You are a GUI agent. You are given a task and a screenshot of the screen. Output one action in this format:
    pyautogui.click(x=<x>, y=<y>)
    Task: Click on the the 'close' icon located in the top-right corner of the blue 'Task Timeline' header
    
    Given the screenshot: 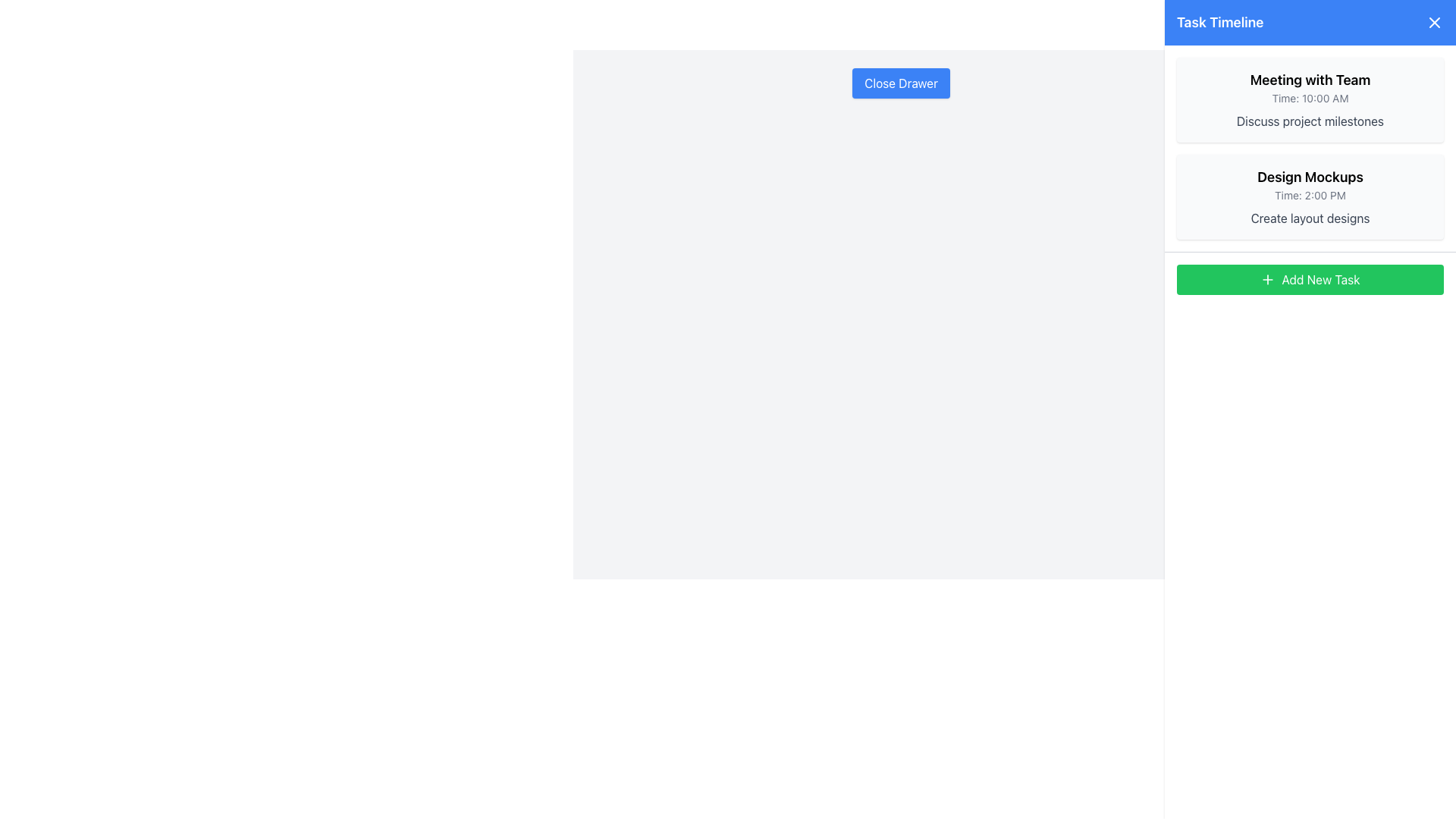 What is the action you would take?
    pyautogui.click(x=1433, y=23)
    